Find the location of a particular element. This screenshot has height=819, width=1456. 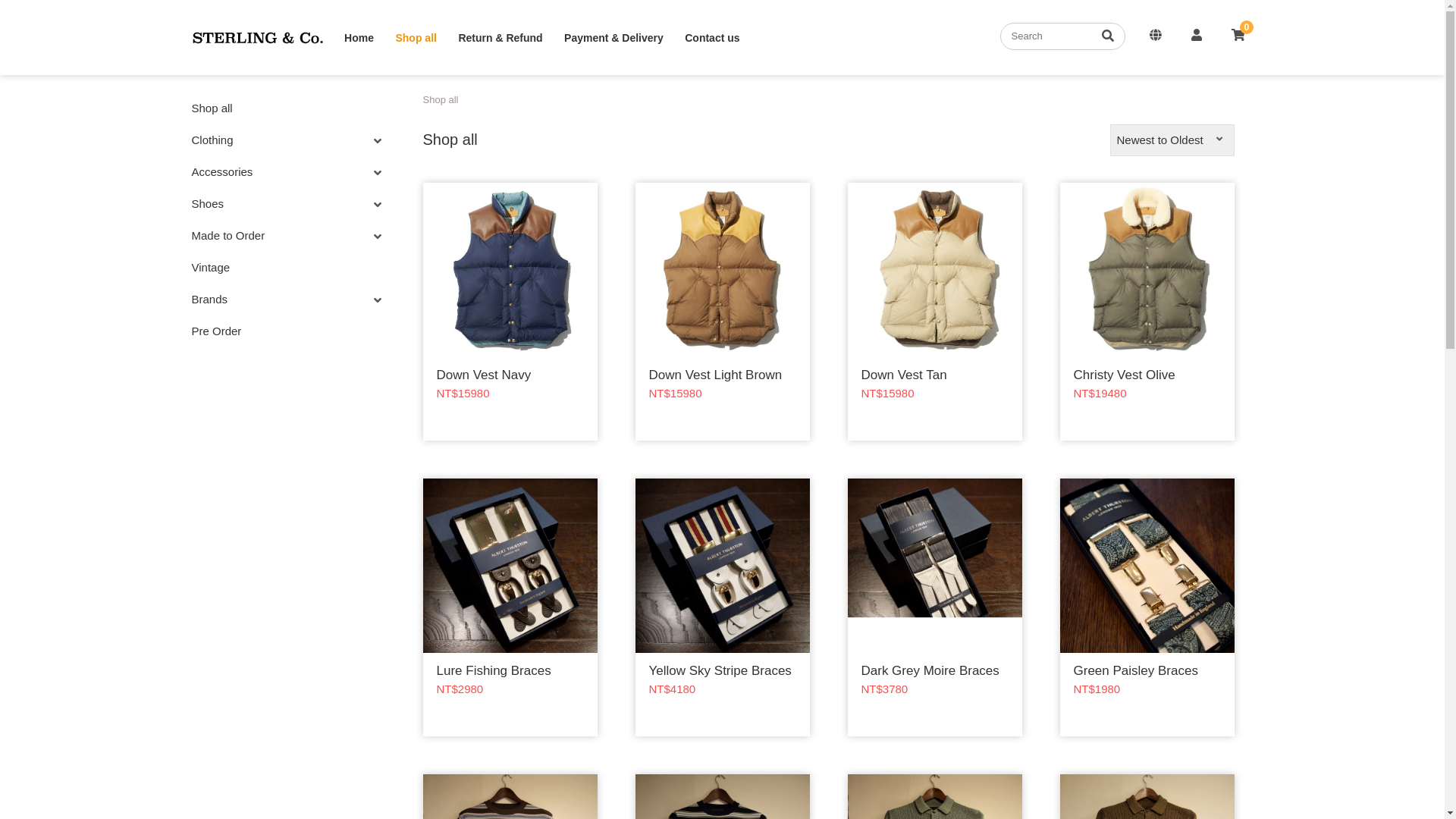

'Payment & Delivery' is located at coordinates (613, 37).